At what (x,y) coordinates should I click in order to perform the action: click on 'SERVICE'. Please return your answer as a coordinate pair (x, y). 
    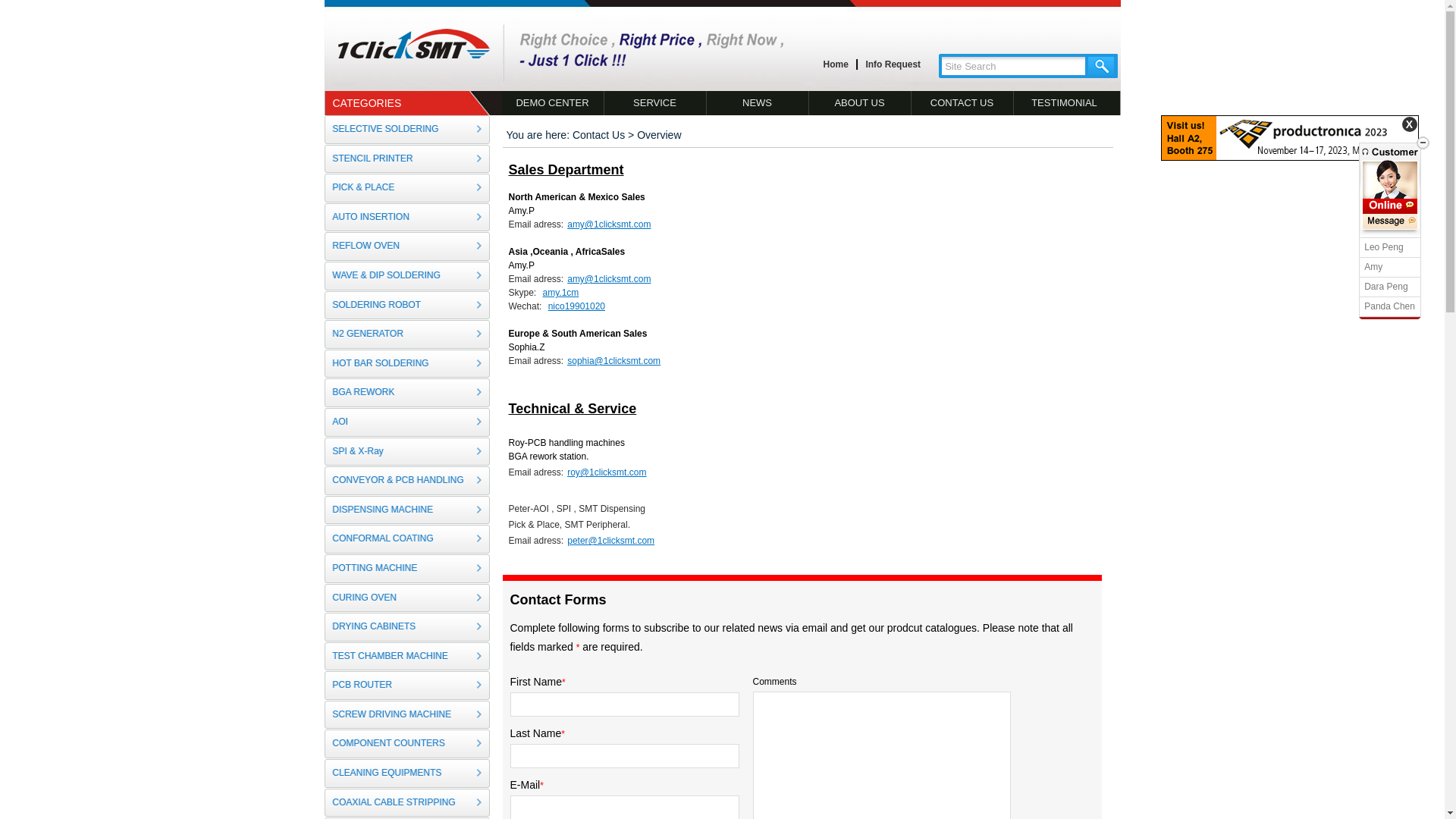
    Looking at the image, I should click on (654, 102).